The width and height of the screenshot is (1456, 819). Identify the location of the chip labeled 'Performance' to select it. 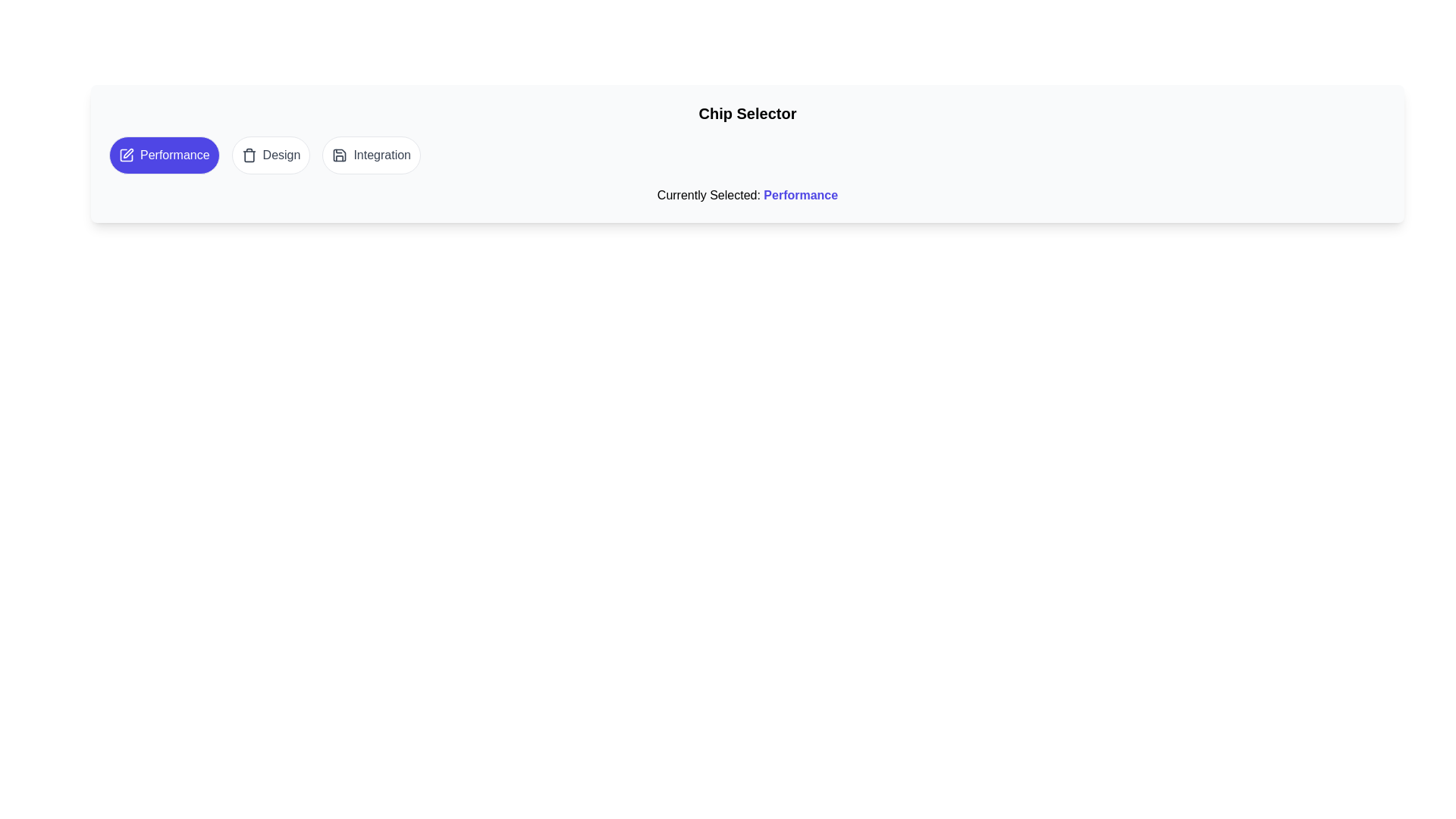
(164, 155).